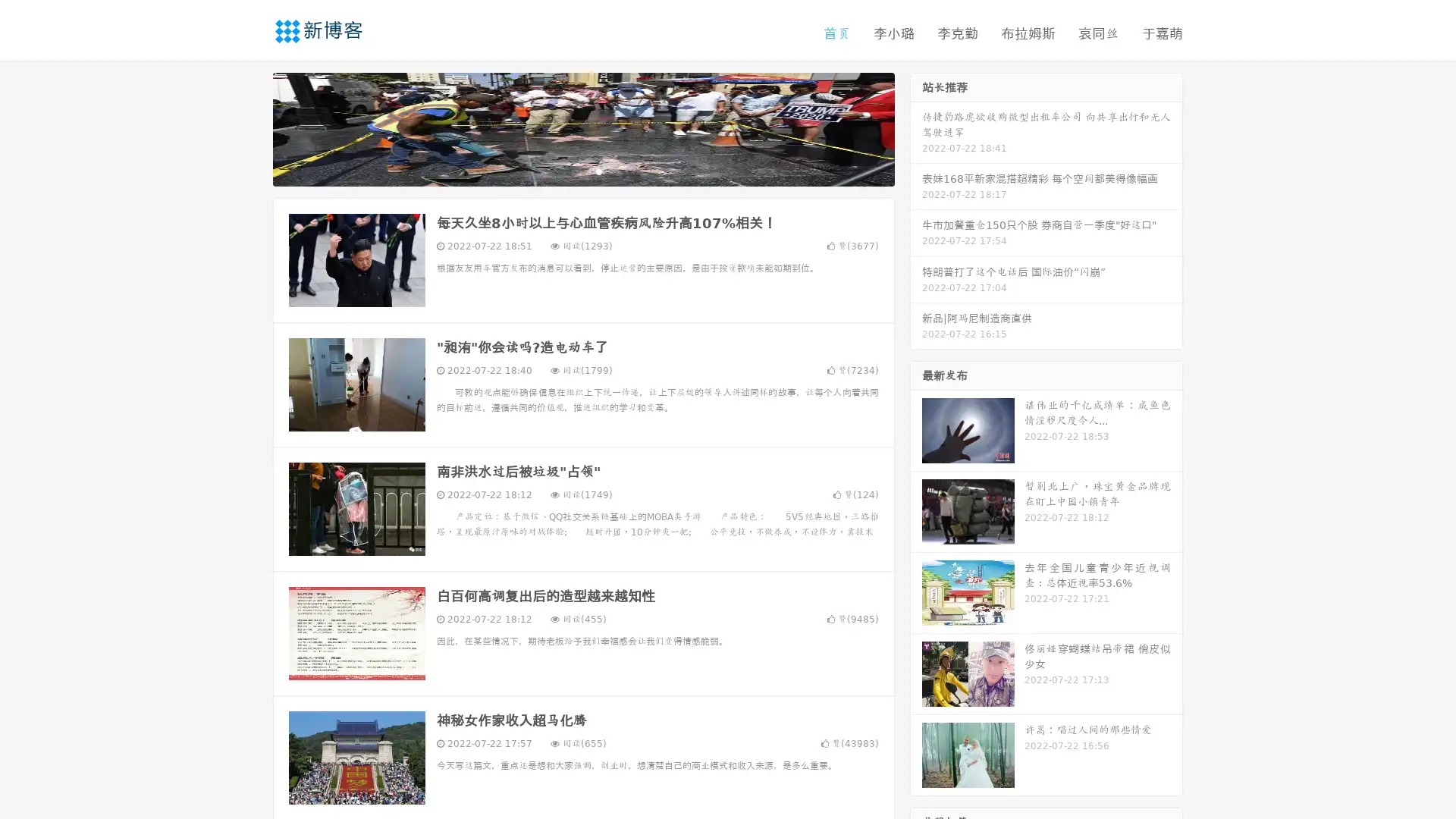  Describe the element at coordinates (598, 171) in the screenshot. I see `Go to slide 3` at that location.